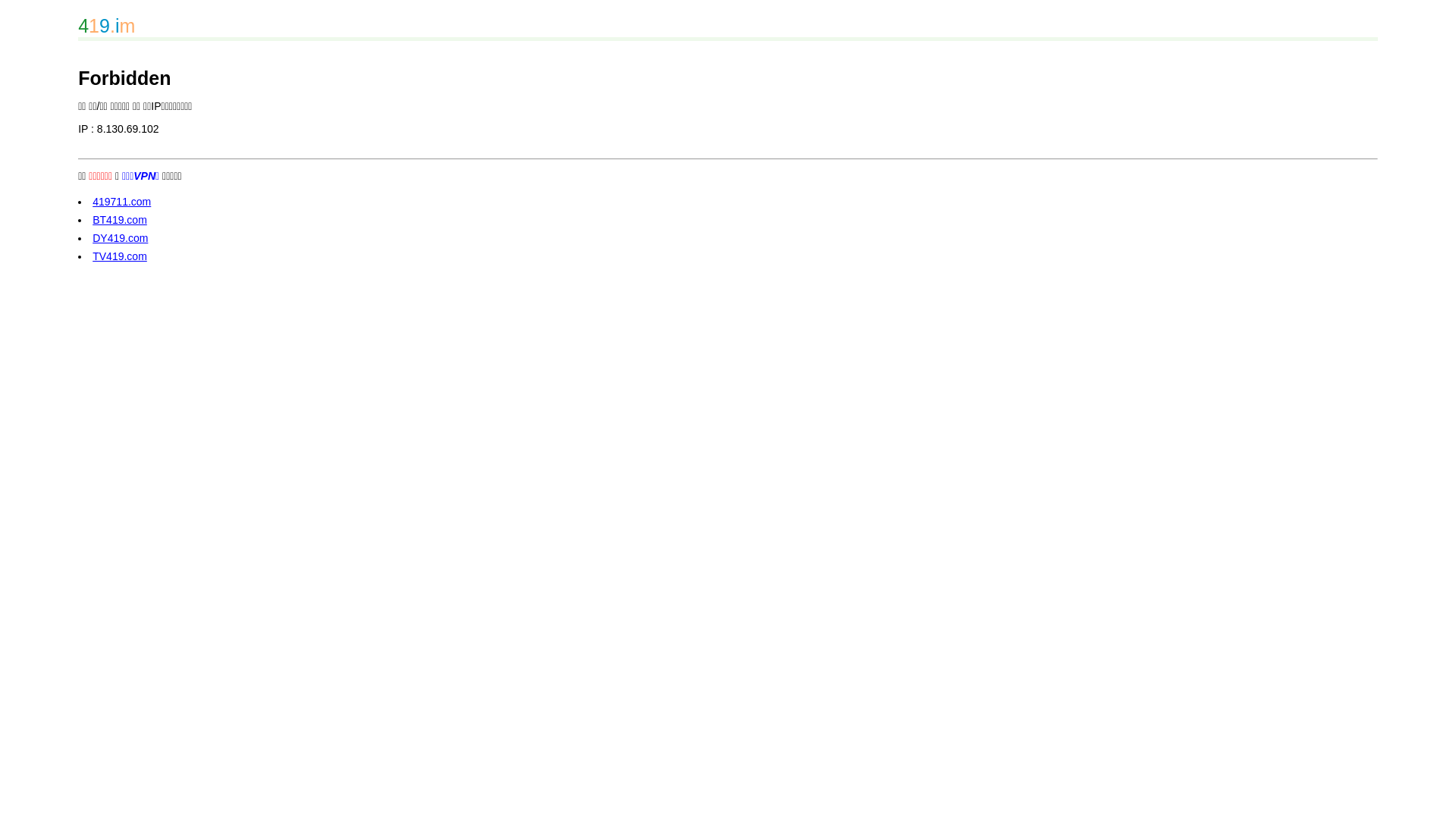 The height and width of the screenshot is (819, 1456). What do you see at coordinates (119, 237) in the screenshot?
I see `'DY419.com'` at bounding box center [119, 237].